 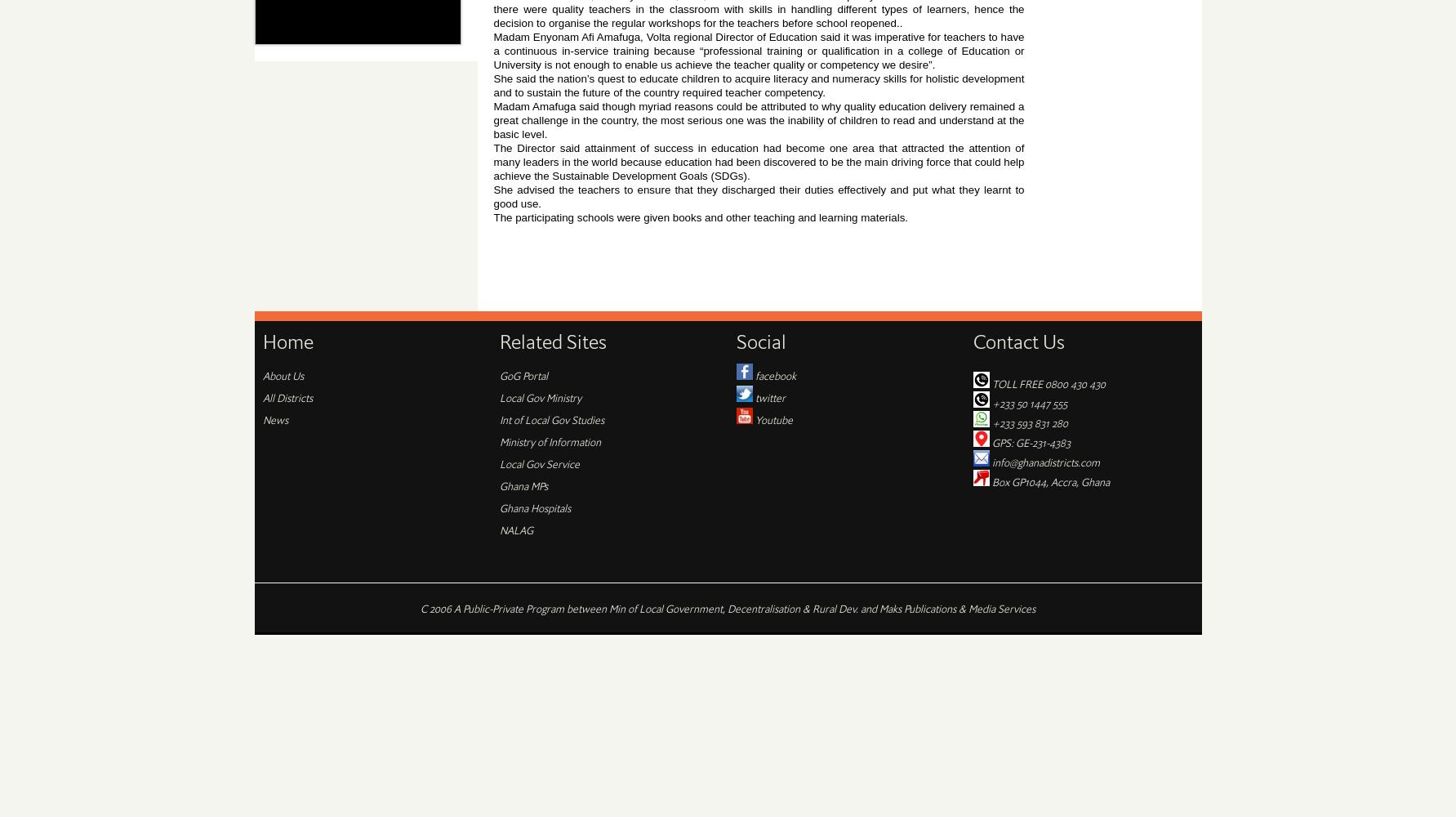 I want to click on 'Local Gov Ministry', so click(x=539, y=396).